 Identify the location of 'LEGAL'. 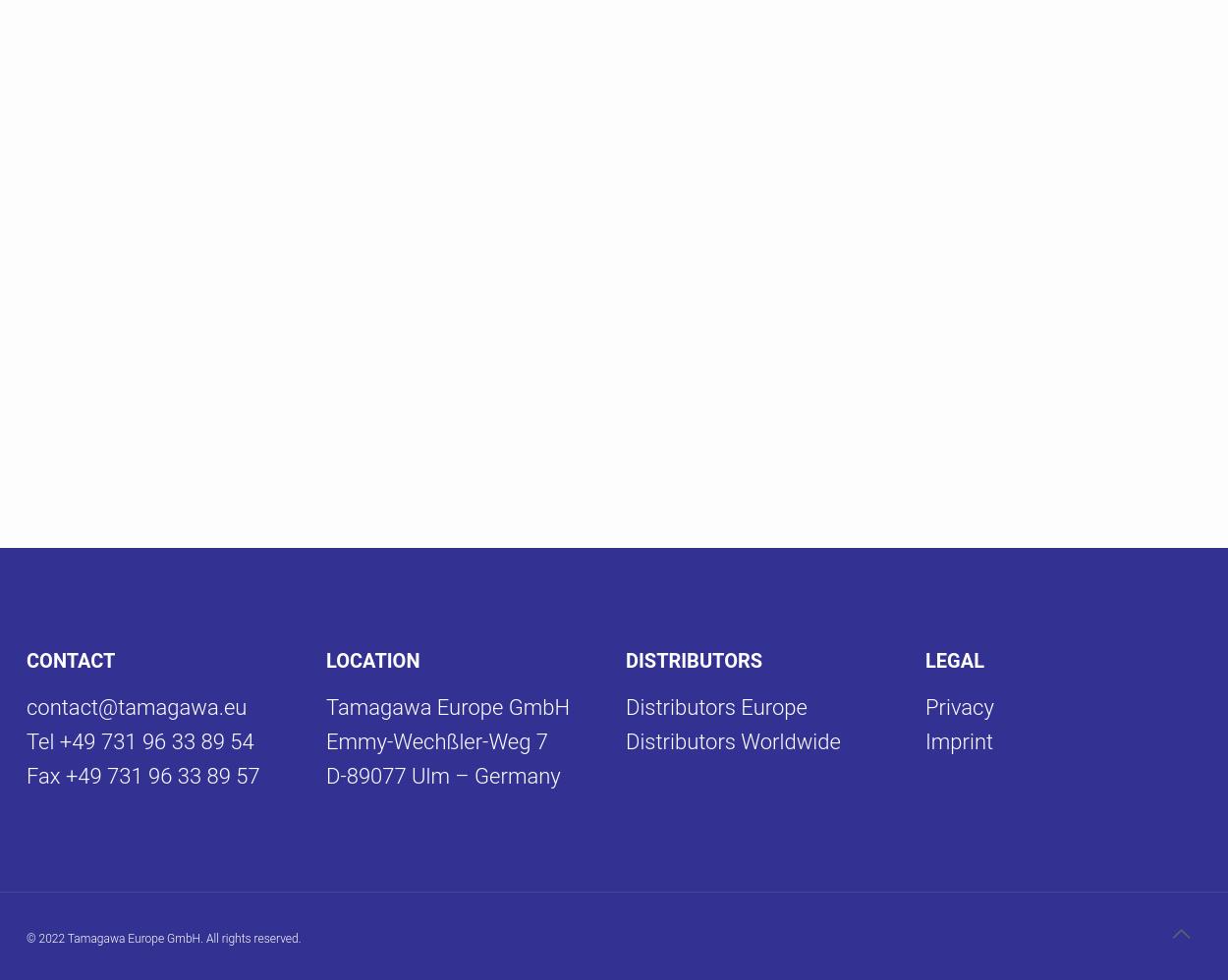
(954, 659).